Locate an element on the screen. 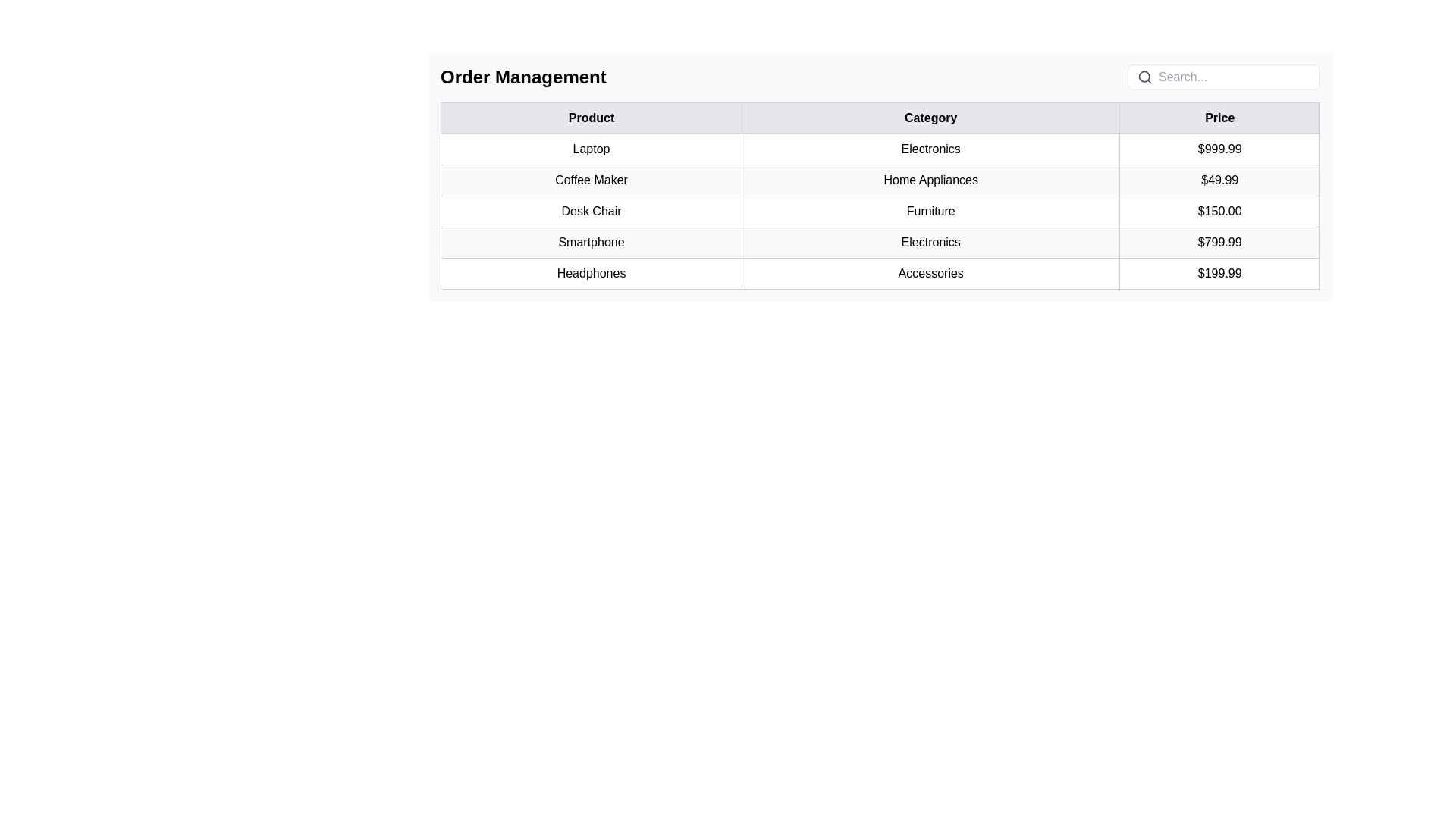 This screenshot has width=1456, height=819. the price text element displaying the price of the 'Headphones' product in the table, located at the intersection of the 'Headphones' row and 'Price' column is located at coordinates (1219, 274).